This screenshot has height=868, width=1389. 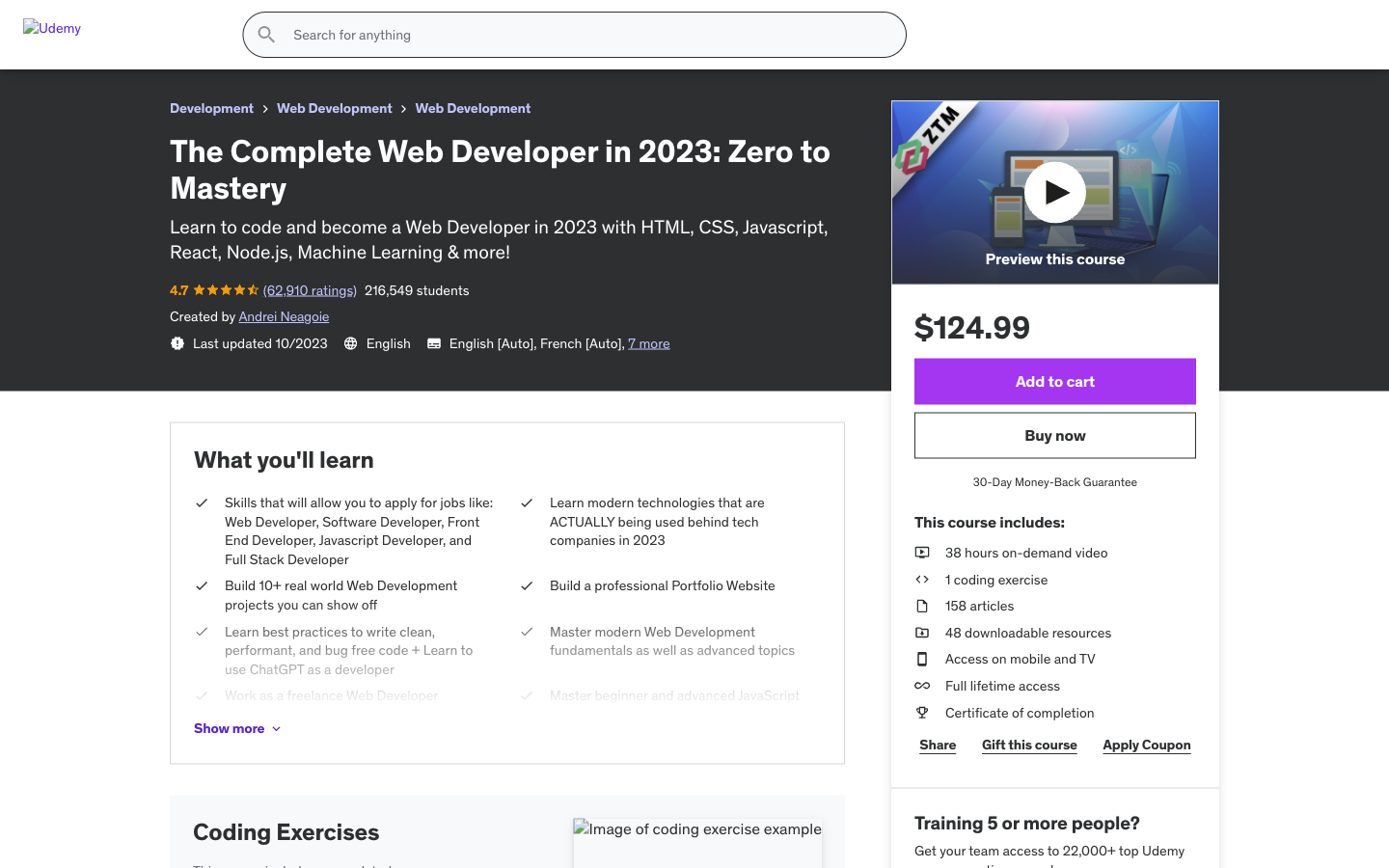 I want to click on see the next picture of the product, so click(x=815, y=496).